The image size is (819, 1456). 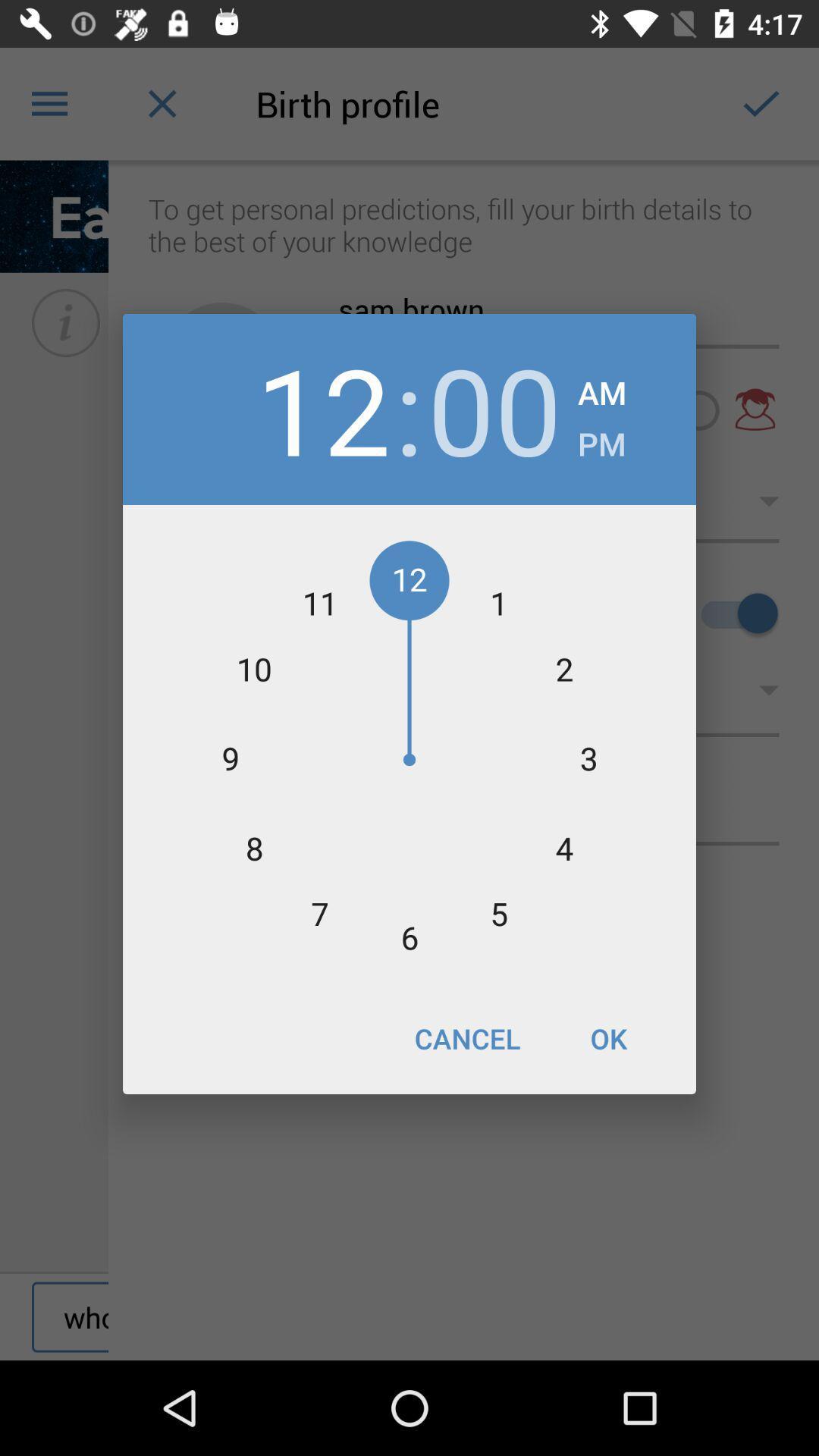 What do you see at coordinates (322, 409) in the screenshot?
I see `12` at bounding box center [322, 409].